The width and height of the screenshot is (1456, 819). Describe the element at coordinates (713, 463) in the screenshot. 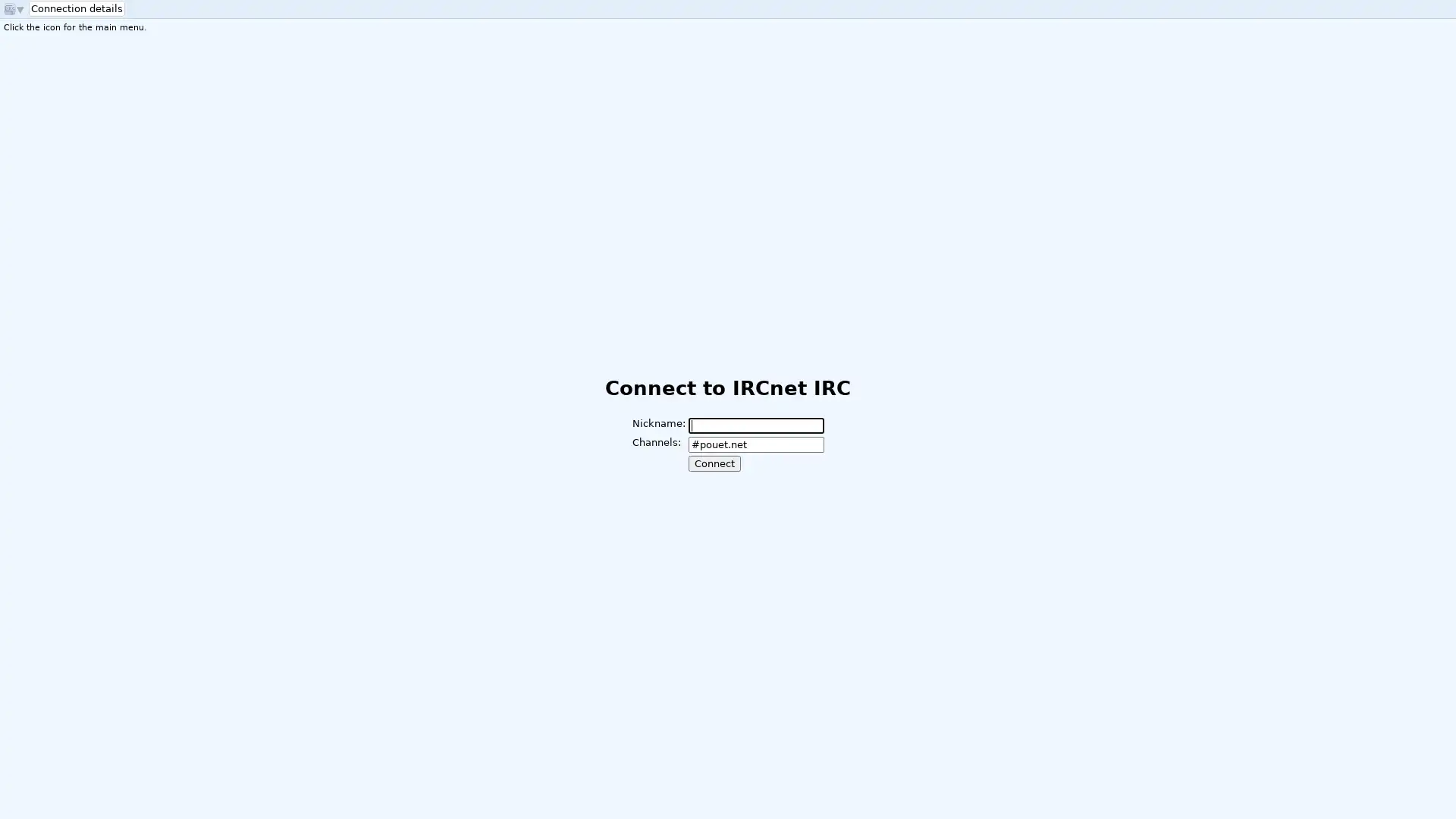

I see `Connect` at that location.